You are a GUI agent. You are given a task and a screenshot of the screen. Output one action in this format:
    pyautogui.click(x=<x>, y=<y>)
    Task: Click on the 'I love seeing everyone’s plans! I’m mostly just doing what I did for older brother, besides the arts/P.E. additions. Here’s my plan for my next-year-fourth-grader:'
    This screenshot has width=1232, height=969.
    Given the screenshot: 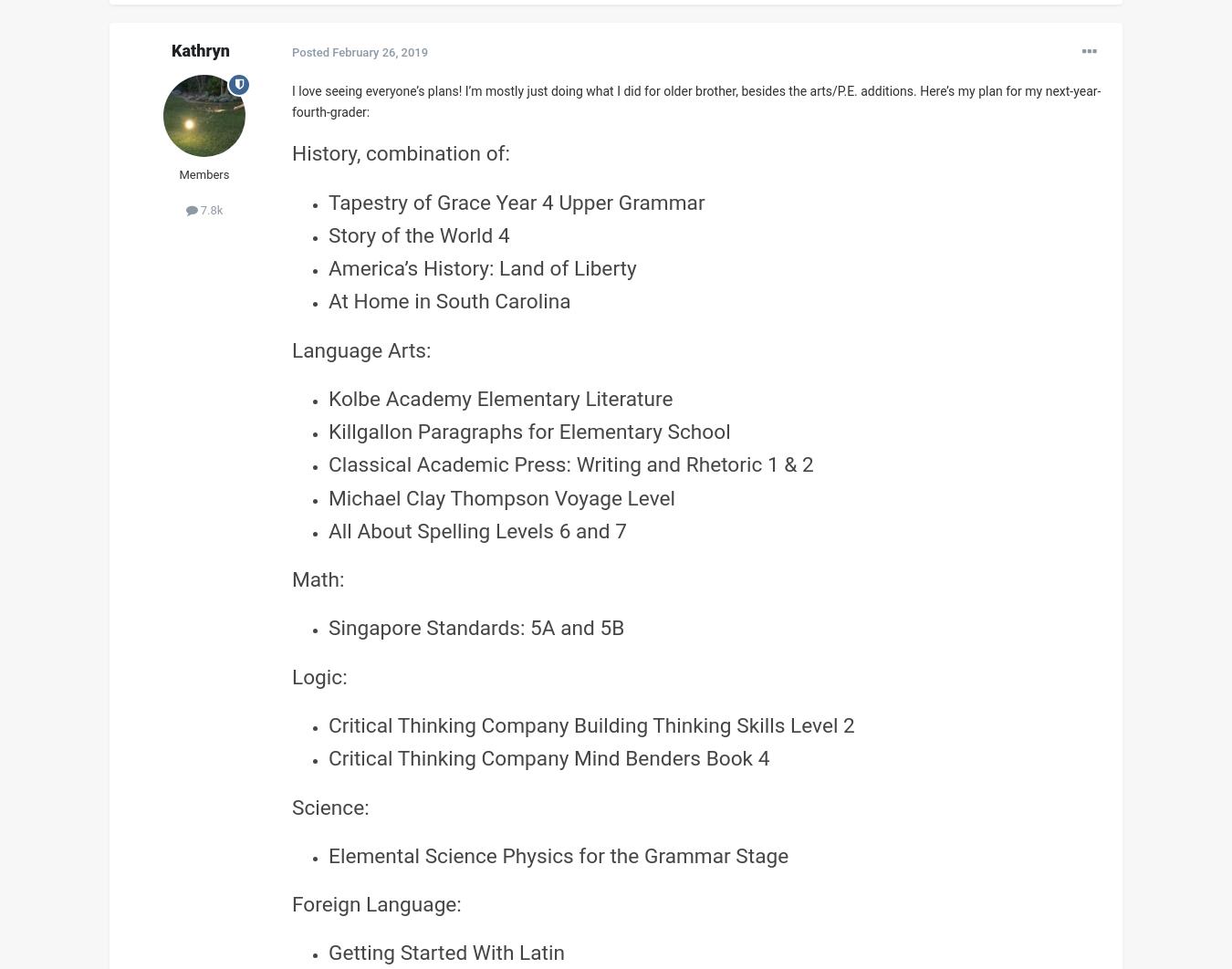 What is the action you would take?
    pyautogui.click(x=695, y=100)
    